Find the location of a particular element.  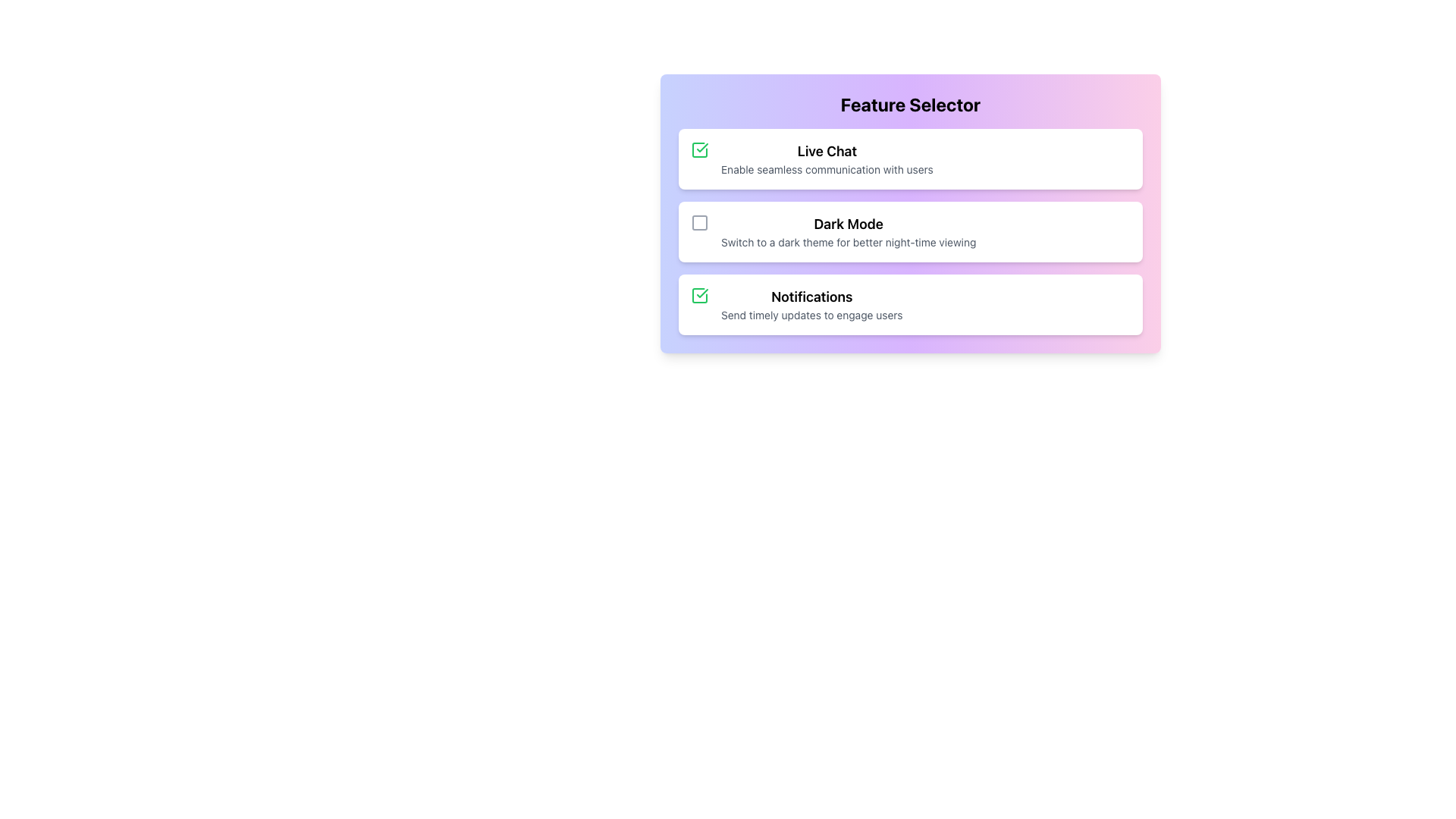

the text label that reads 'Enable seamless communication with users', which is located underneath the 'Live Chat' title in the Feature Selector section is located at coordinates (826, 169).